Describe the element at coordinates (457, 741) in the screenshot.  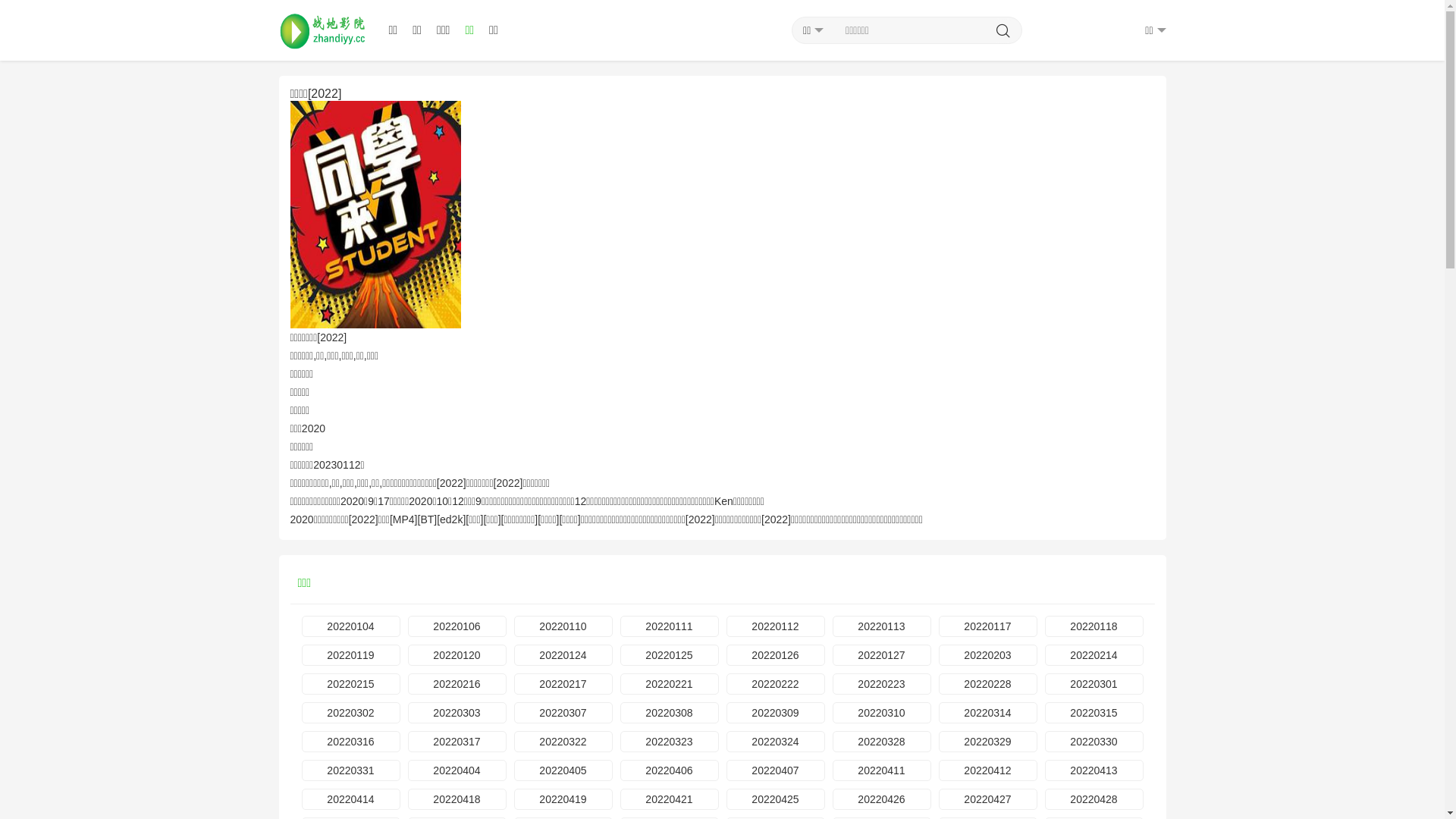
I see `'20220317'` at that location.